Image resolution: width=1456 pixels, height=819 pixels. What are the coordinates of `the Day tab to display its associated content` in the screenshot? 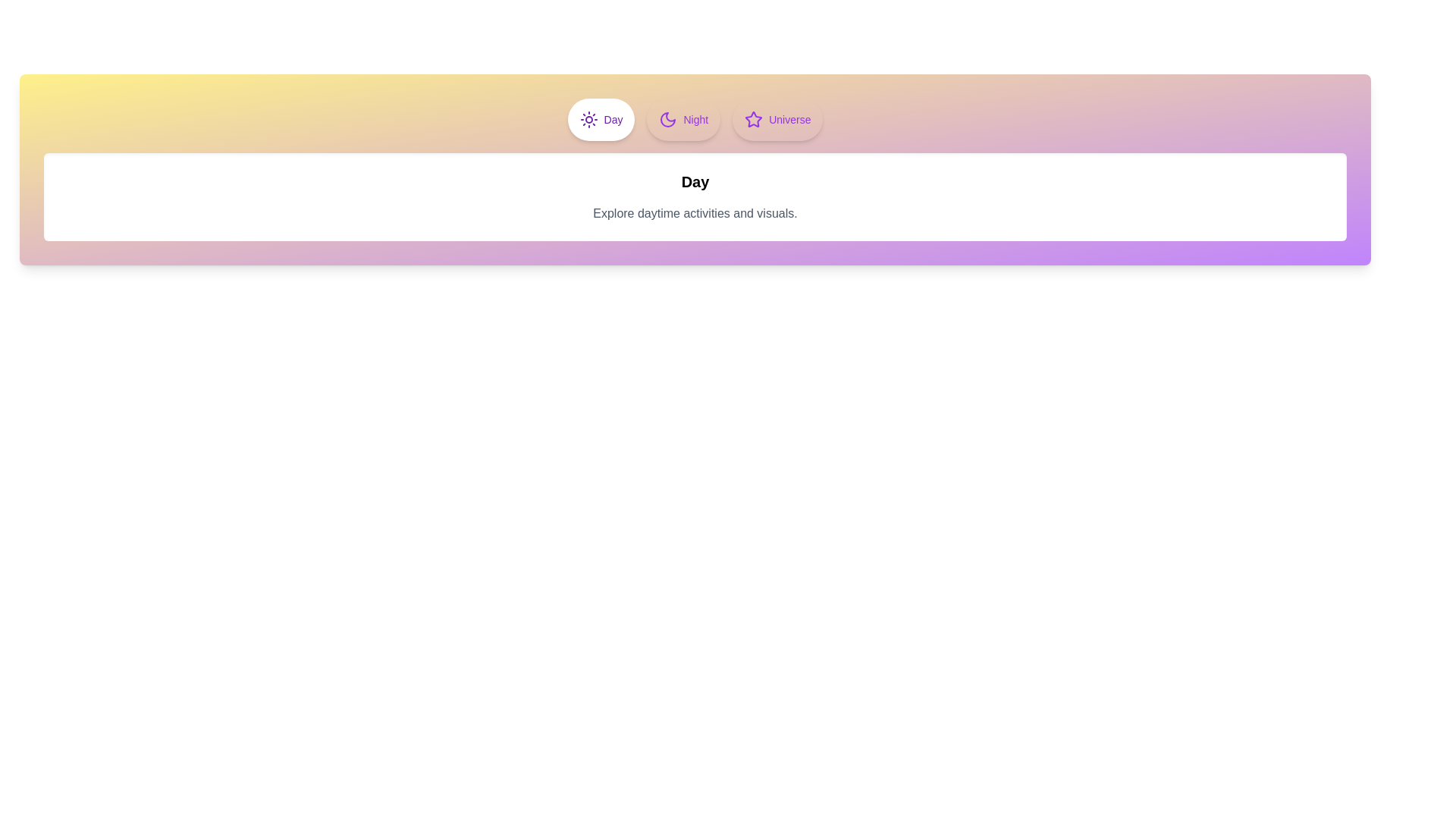 It's located at (600, 119).